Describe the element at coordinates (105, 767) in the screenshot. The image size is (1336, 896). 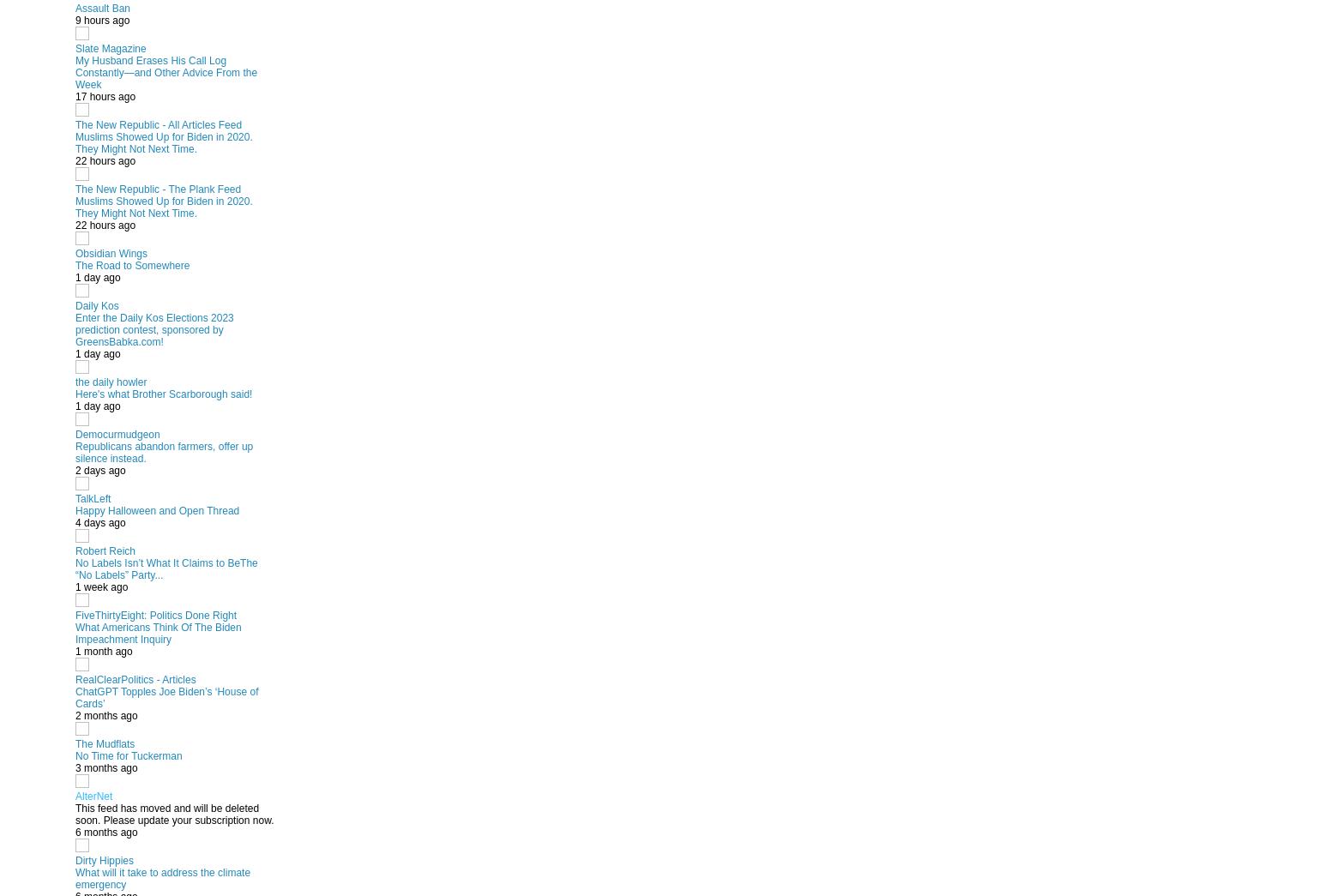
I see `'3 months ago'` at that location.